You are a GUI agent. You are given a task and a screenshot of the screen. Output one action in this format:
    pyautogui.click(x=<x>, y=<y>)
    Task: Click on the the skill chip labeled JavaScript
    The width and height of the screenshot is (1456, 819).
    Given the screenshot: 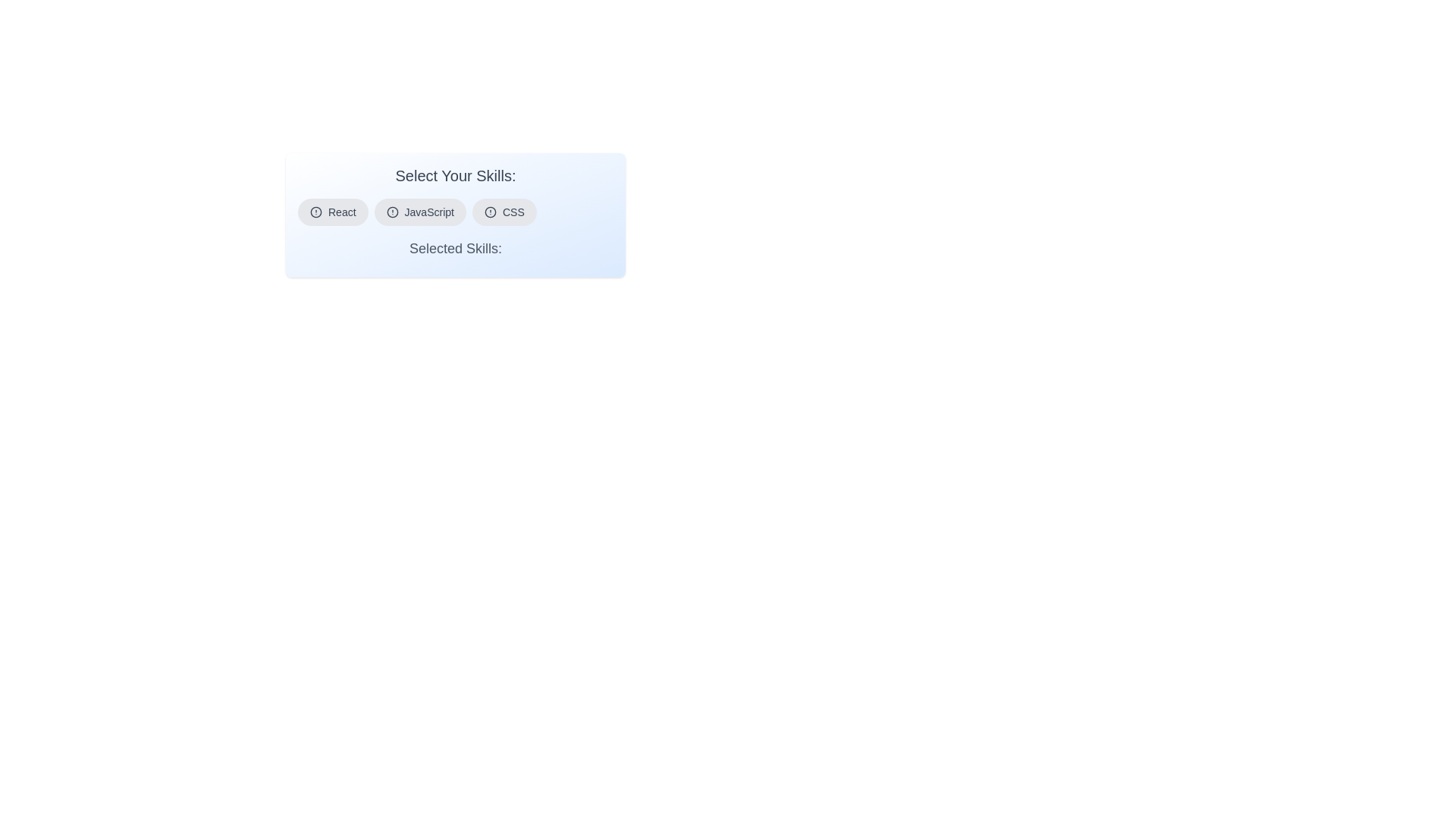 What is the action you would take?
    pyautogui.click(x=419, y=212)
    